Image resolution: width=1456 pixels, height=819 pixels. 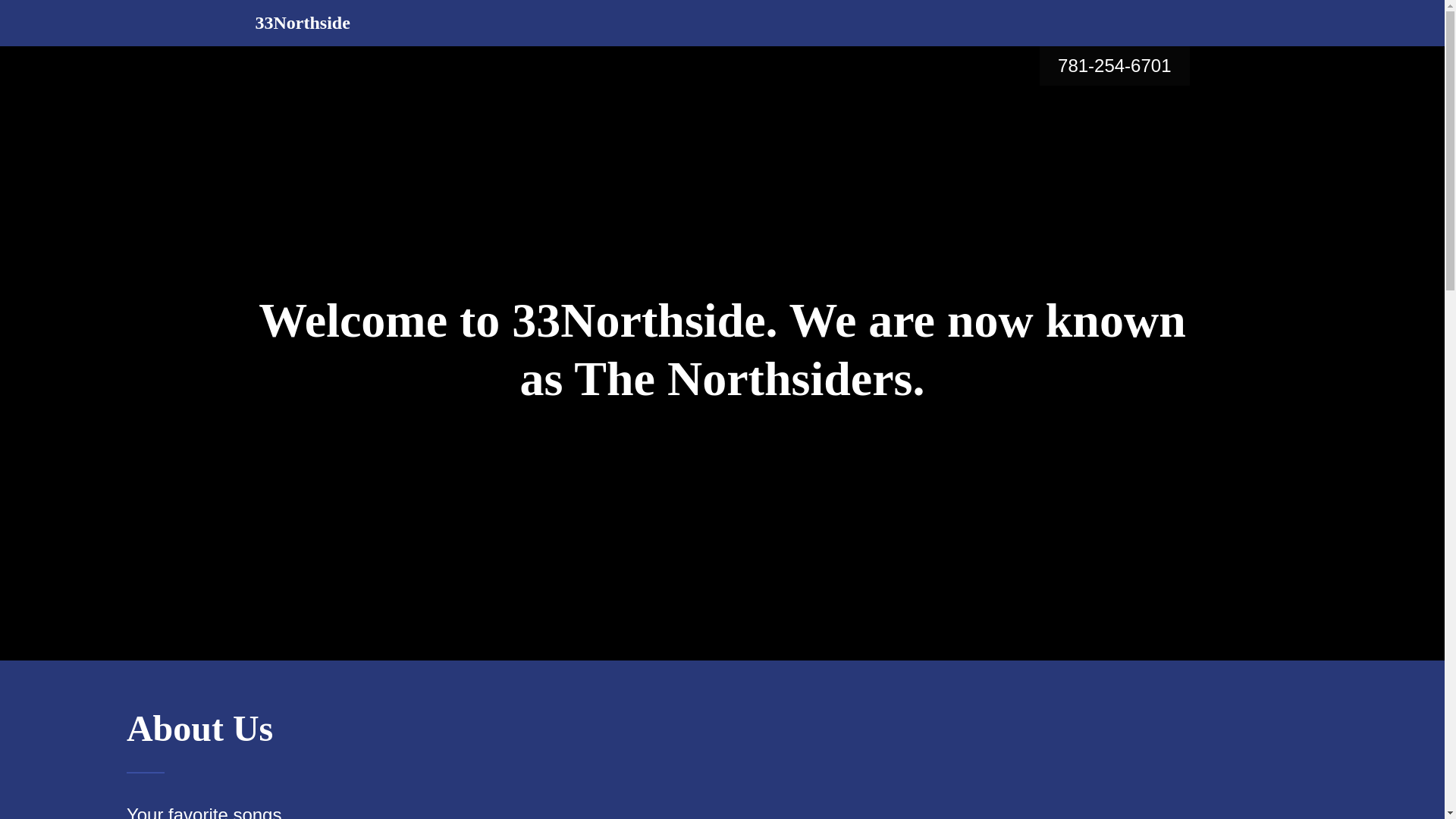 I want to click on '781-254-6701', so click(x=1114, y=64).